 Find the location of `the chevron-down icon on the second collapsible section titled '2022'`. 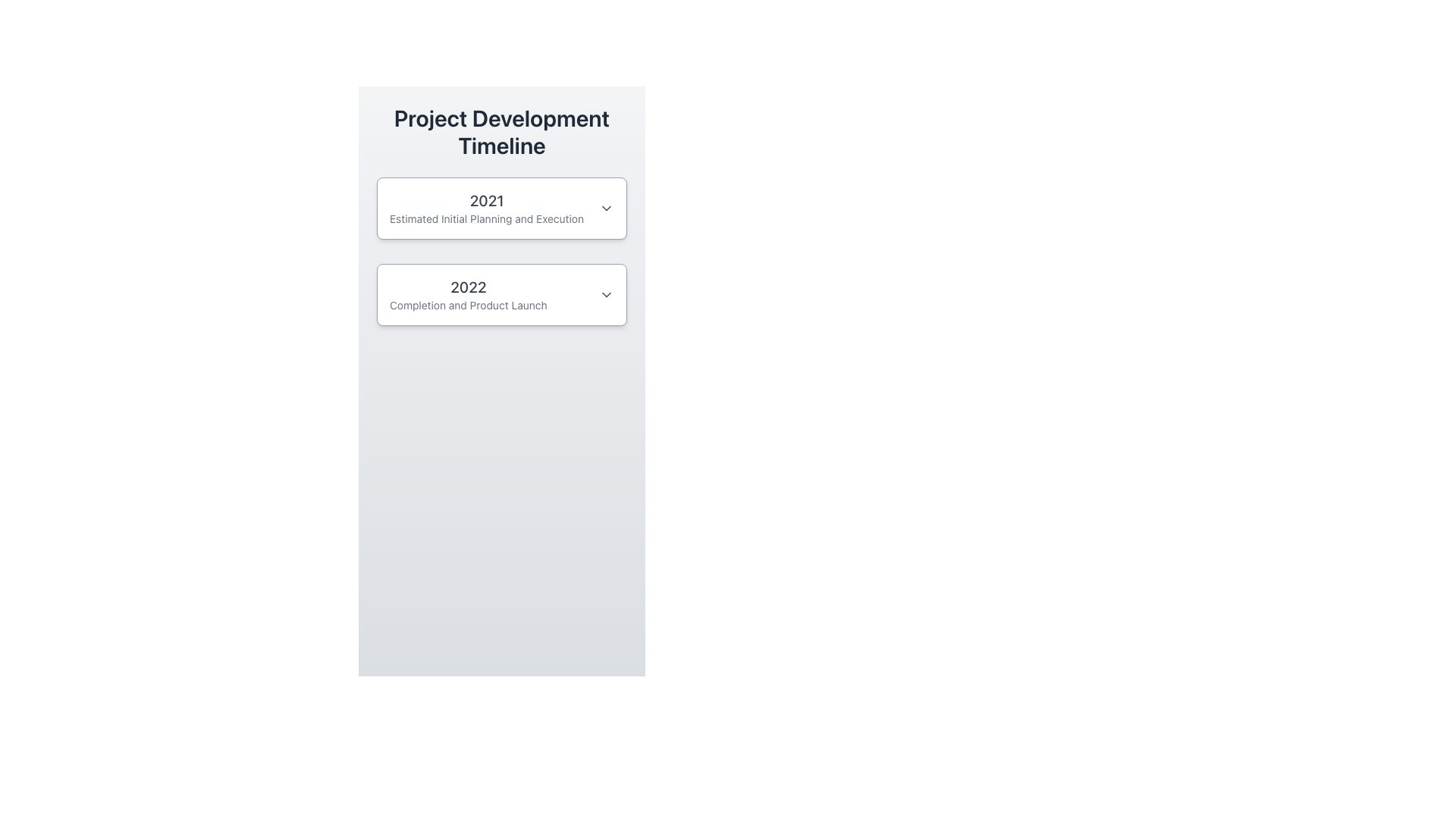

the chevron-down icon on the second collapsible section titled '2022' is located at coordinates (502, 295).